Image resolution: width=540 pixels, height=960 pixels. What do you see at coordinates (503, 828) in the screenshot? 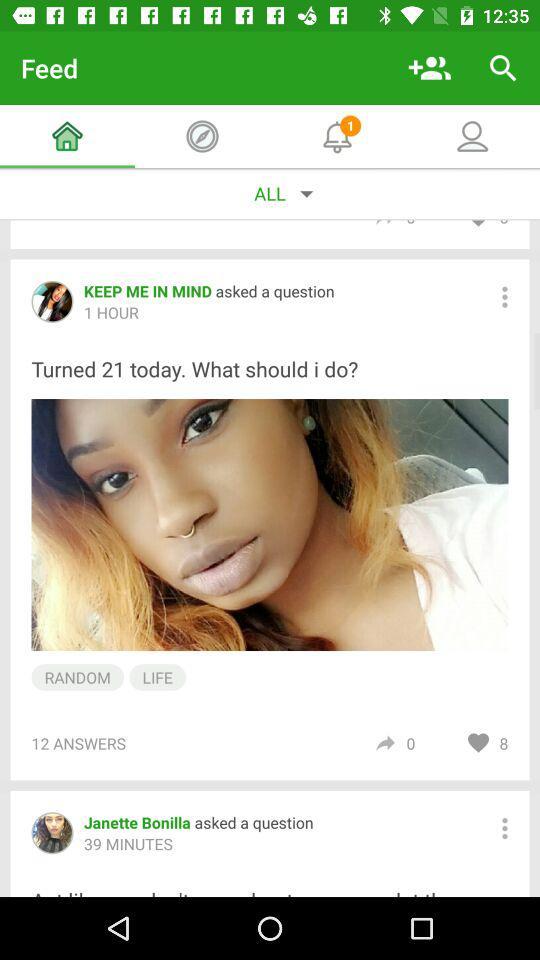
I see `open options` at bounding box center [503, 828].